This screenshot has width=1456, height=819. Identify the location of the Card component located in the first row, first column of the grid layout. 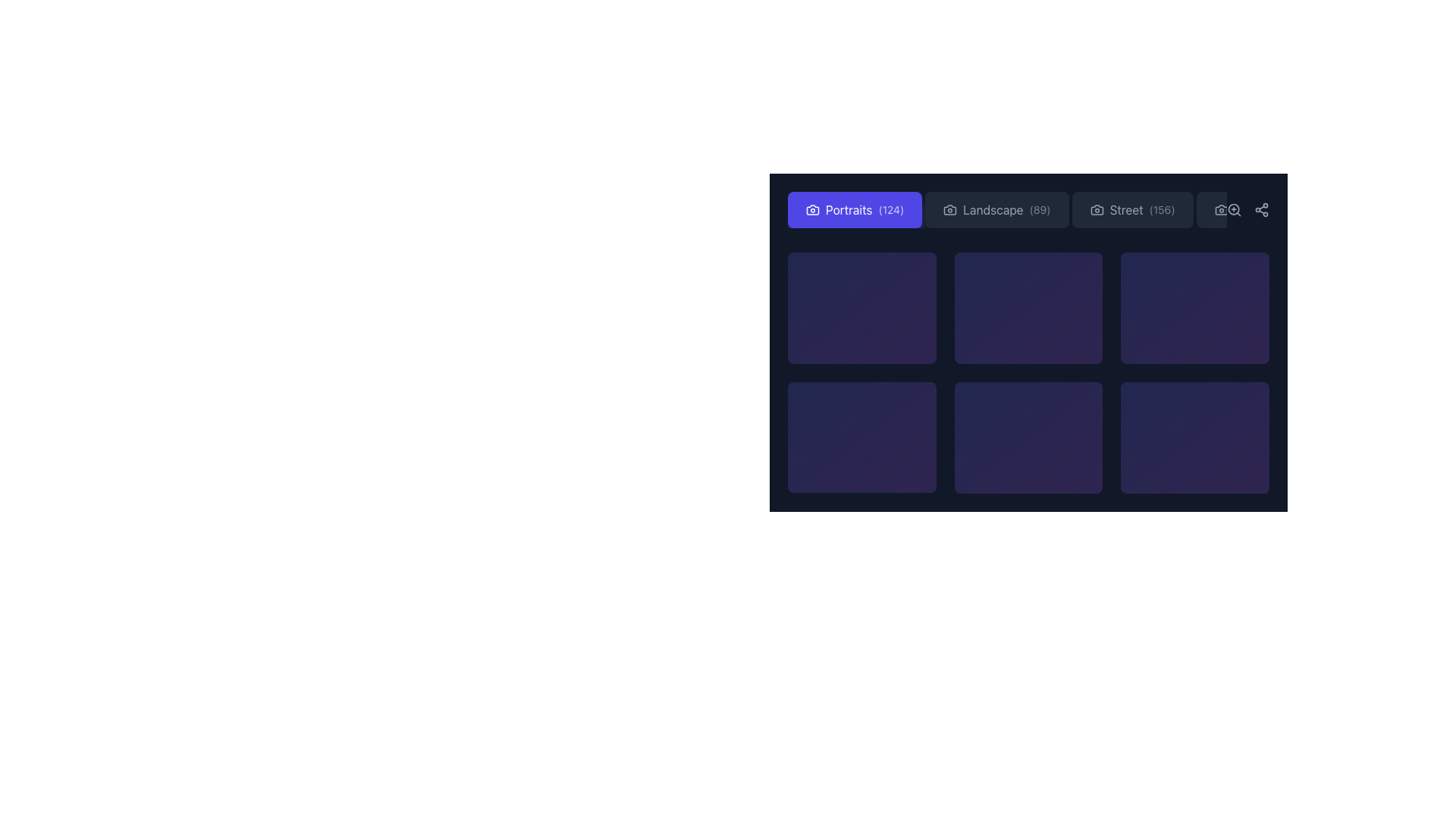
(861, 307).